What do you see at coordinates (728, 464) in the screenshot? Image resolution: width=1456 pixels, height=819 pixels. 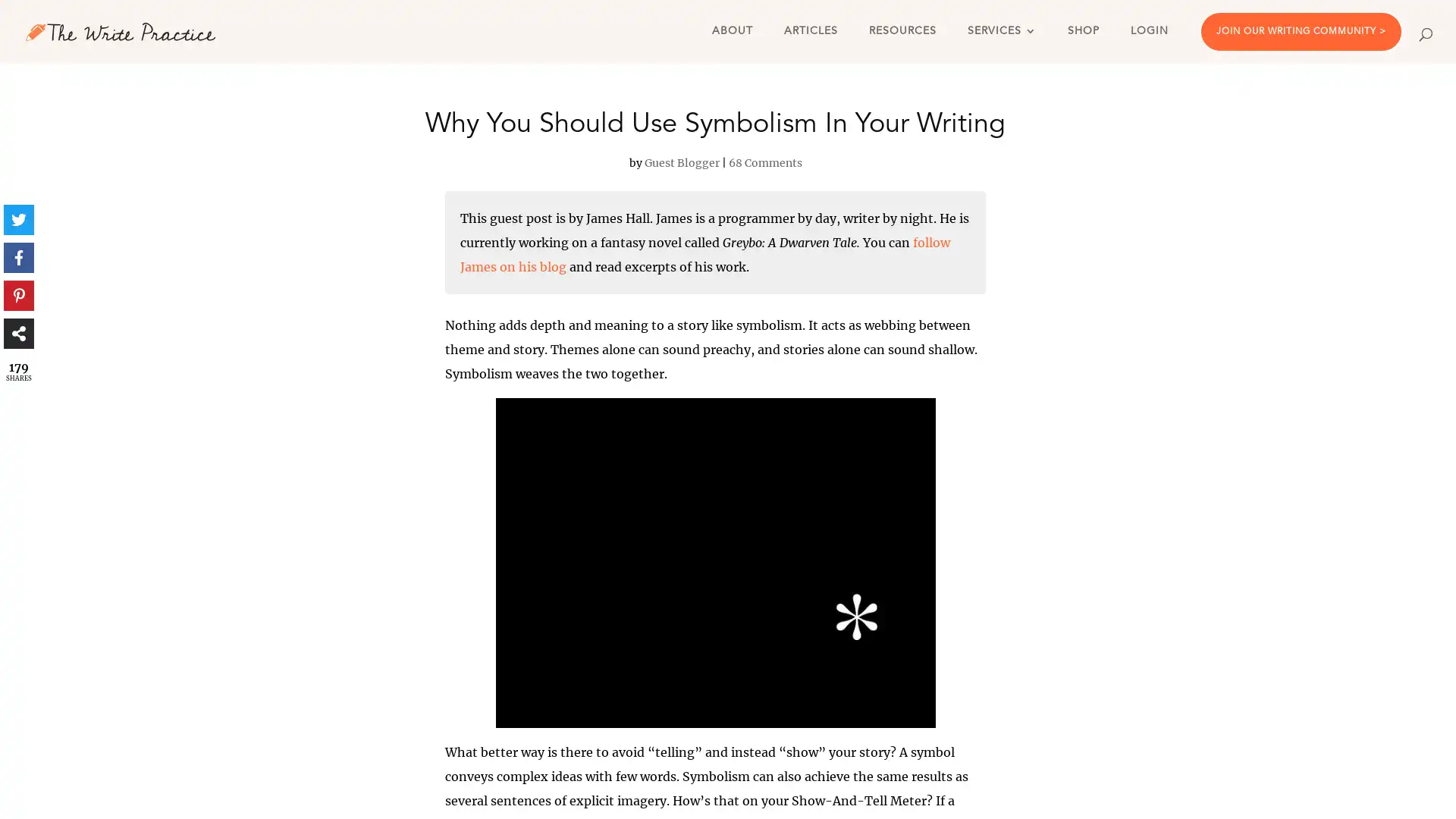 I see `Send me the guide` at bounding box center [728, 464].